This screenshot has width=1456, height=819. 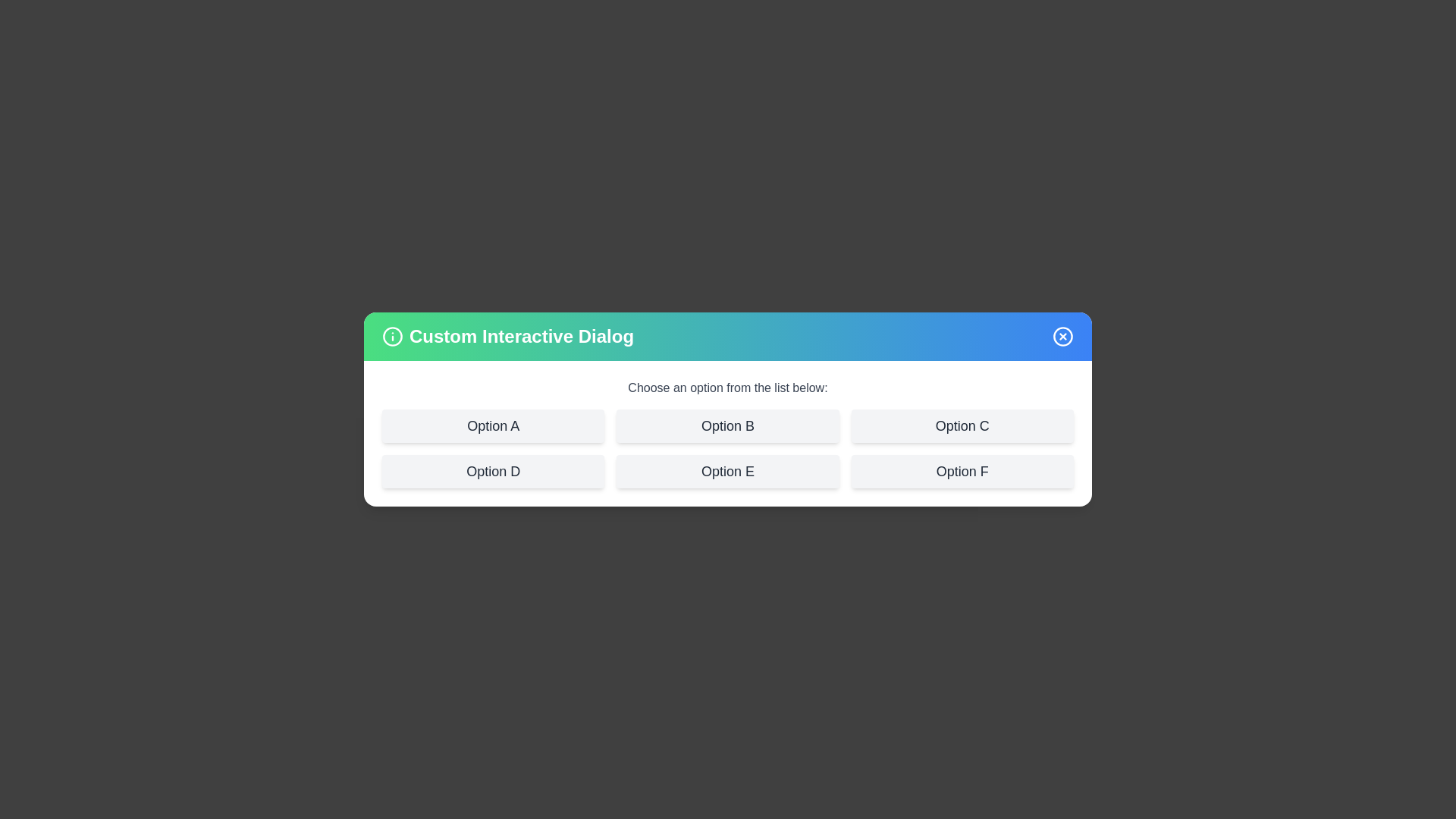 What do you see at coordinates (728, 470) in the screenshot?
I see `the option labeled Option E to see its hover effect` at bounding box center [728, 470].